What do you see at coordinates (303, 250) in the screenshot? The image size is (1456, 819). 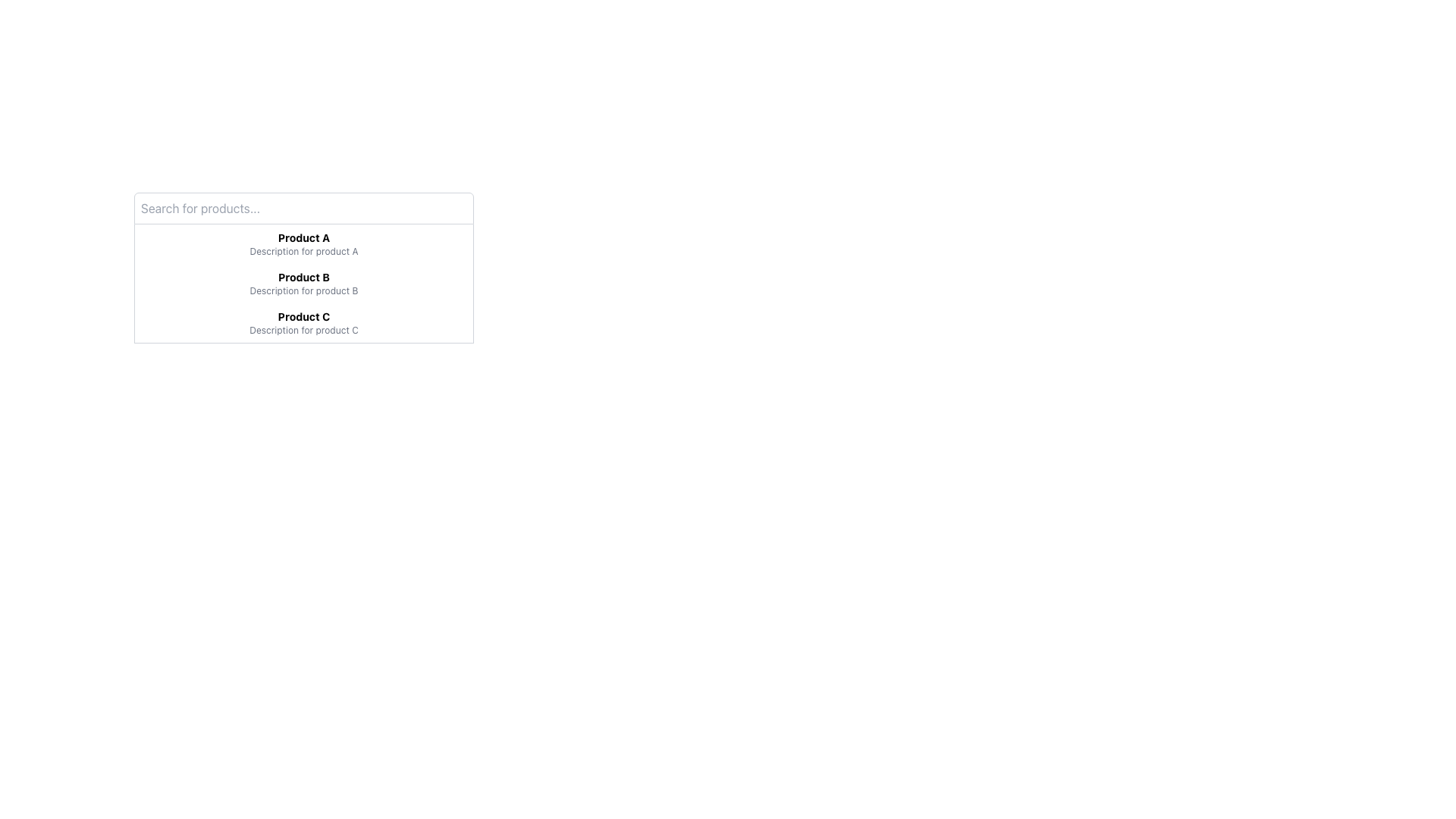 I see `the text label that reads 'Description for product A', which is styled in small gray font and positioned below the bold title 'Product A'` at bounding box center [303, 250].